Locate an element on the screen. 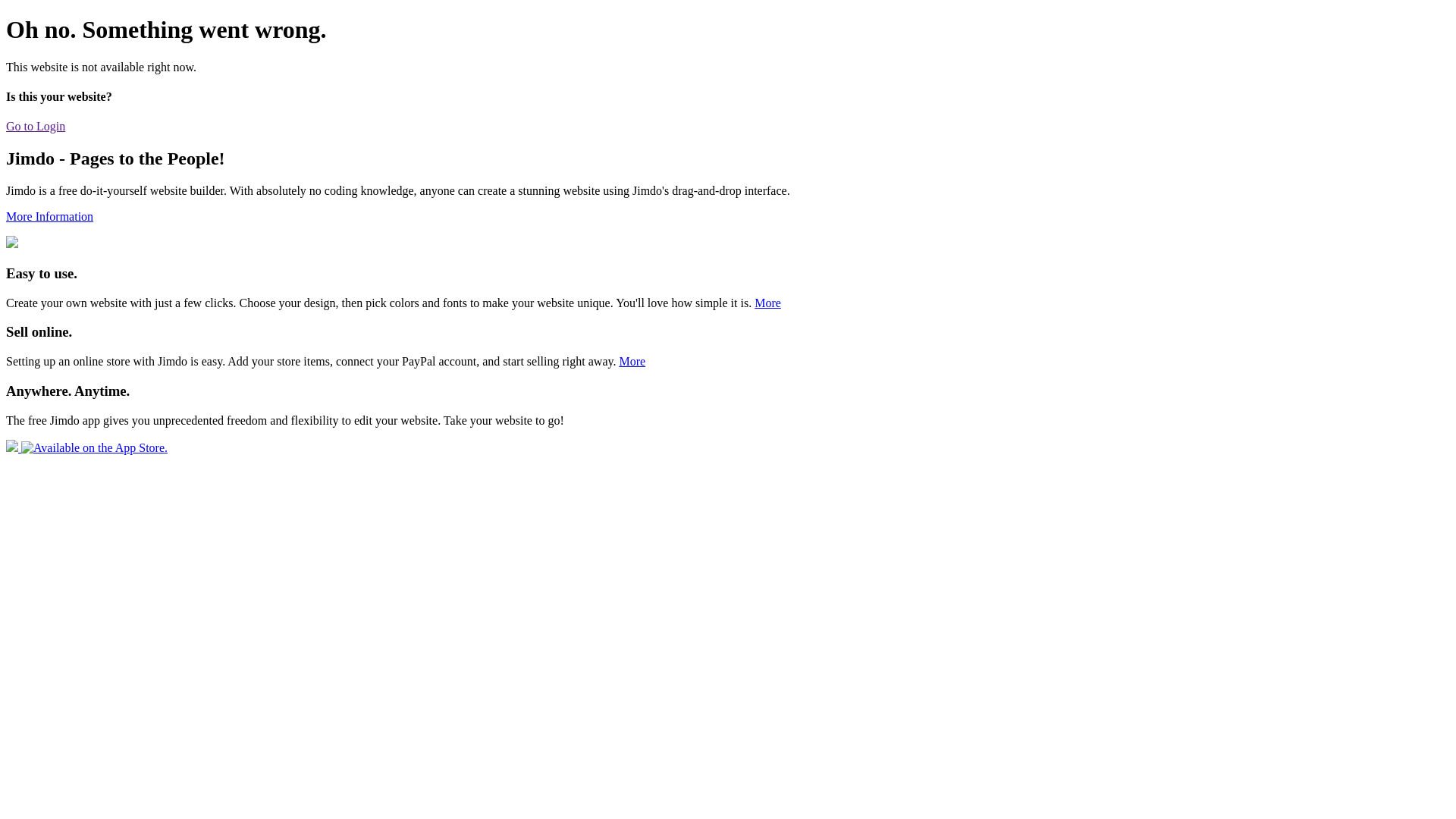 This screenshot has height=819, width=1456. 'More' is located at coordinates (767, 303).